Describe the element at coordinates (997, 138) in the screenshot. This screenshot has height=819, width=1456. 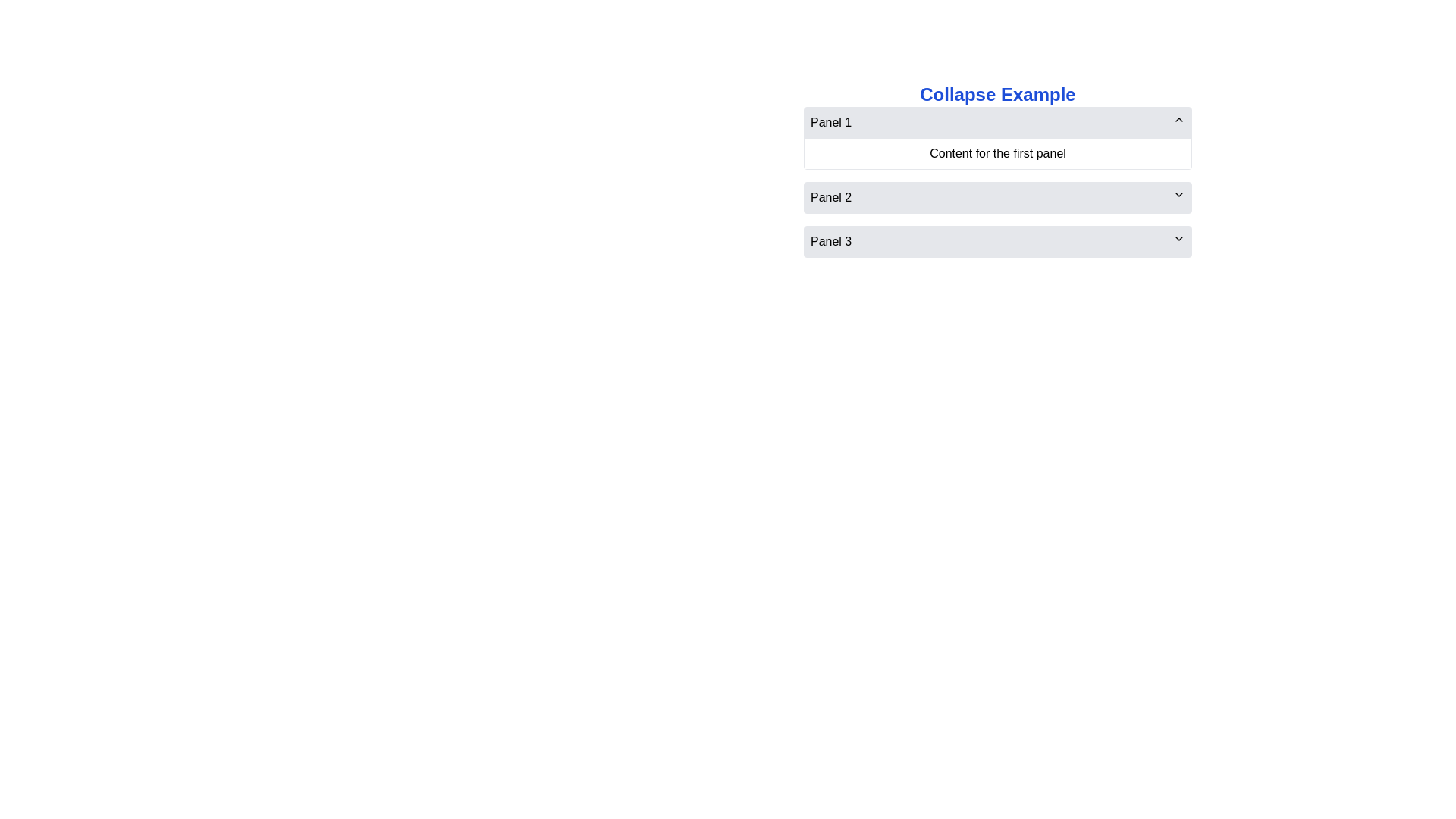
I see `the chevron icon on the first collapsible panel under the heading 'Collapse Example'` at that location.